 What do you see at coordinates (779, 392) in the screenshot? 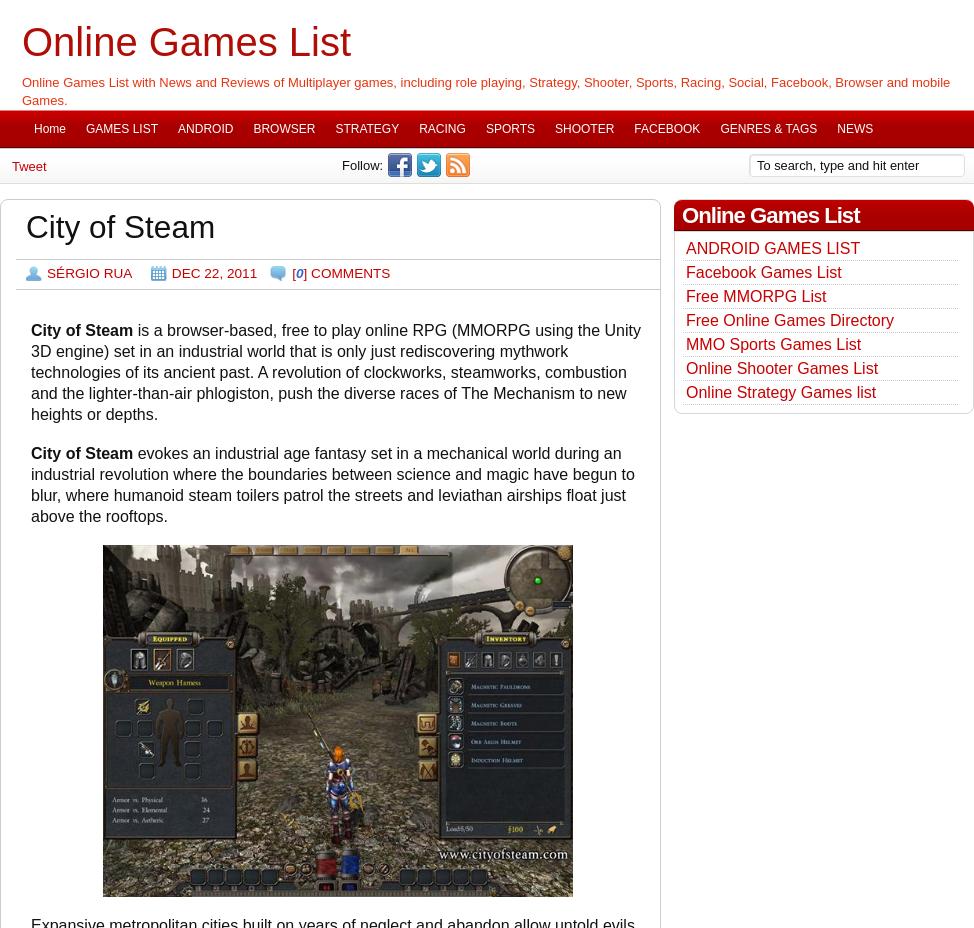
I see `'Online Strategy Games list'` at bounding box center [779, 392].